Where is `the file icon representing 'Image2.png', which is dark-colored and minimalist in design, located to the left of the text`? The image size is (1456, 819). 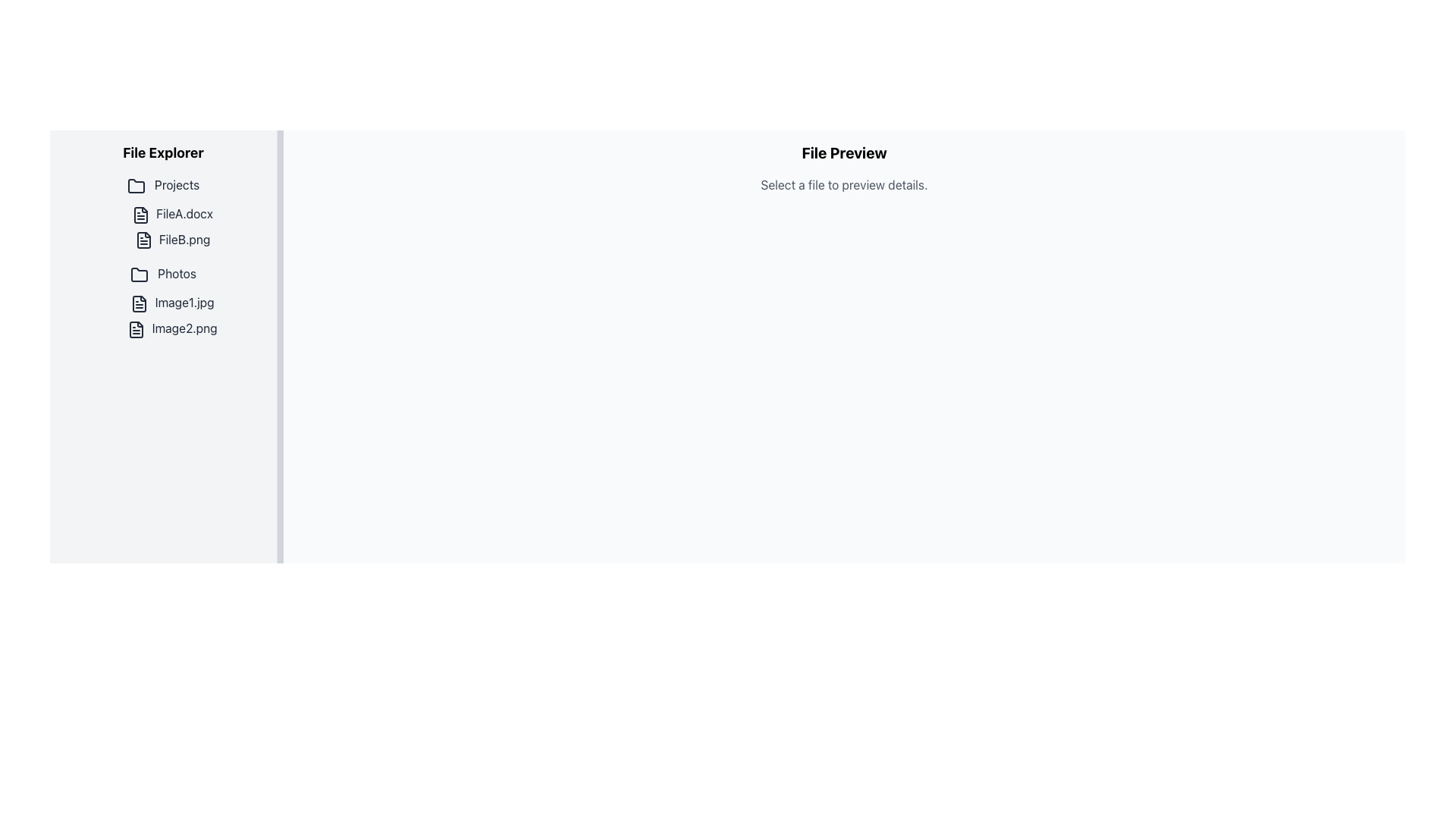
the file icon representing 'Image2.png', which is dark-colored and minimalist in design, located to the left of the text is located at coordinates (136, 328).